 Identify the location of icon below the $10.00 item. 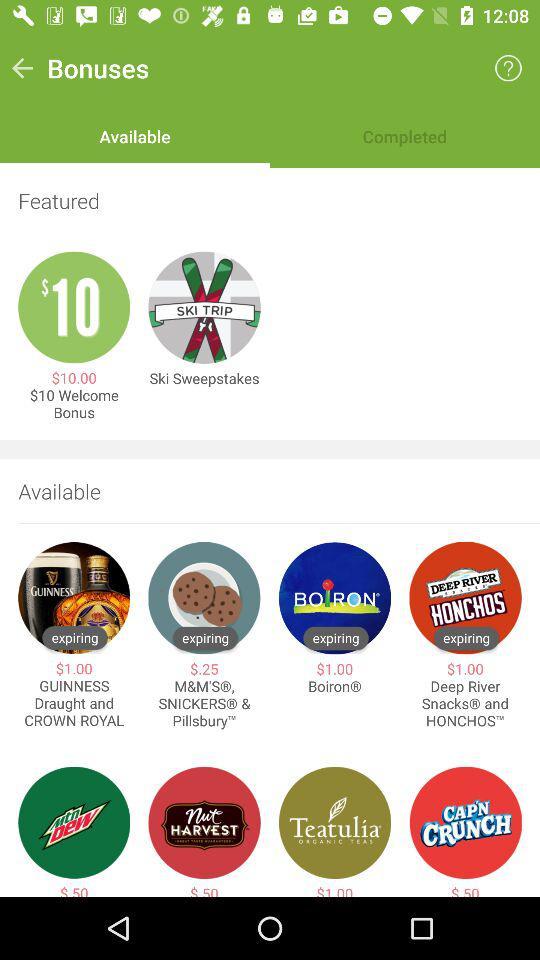
(73, 403).